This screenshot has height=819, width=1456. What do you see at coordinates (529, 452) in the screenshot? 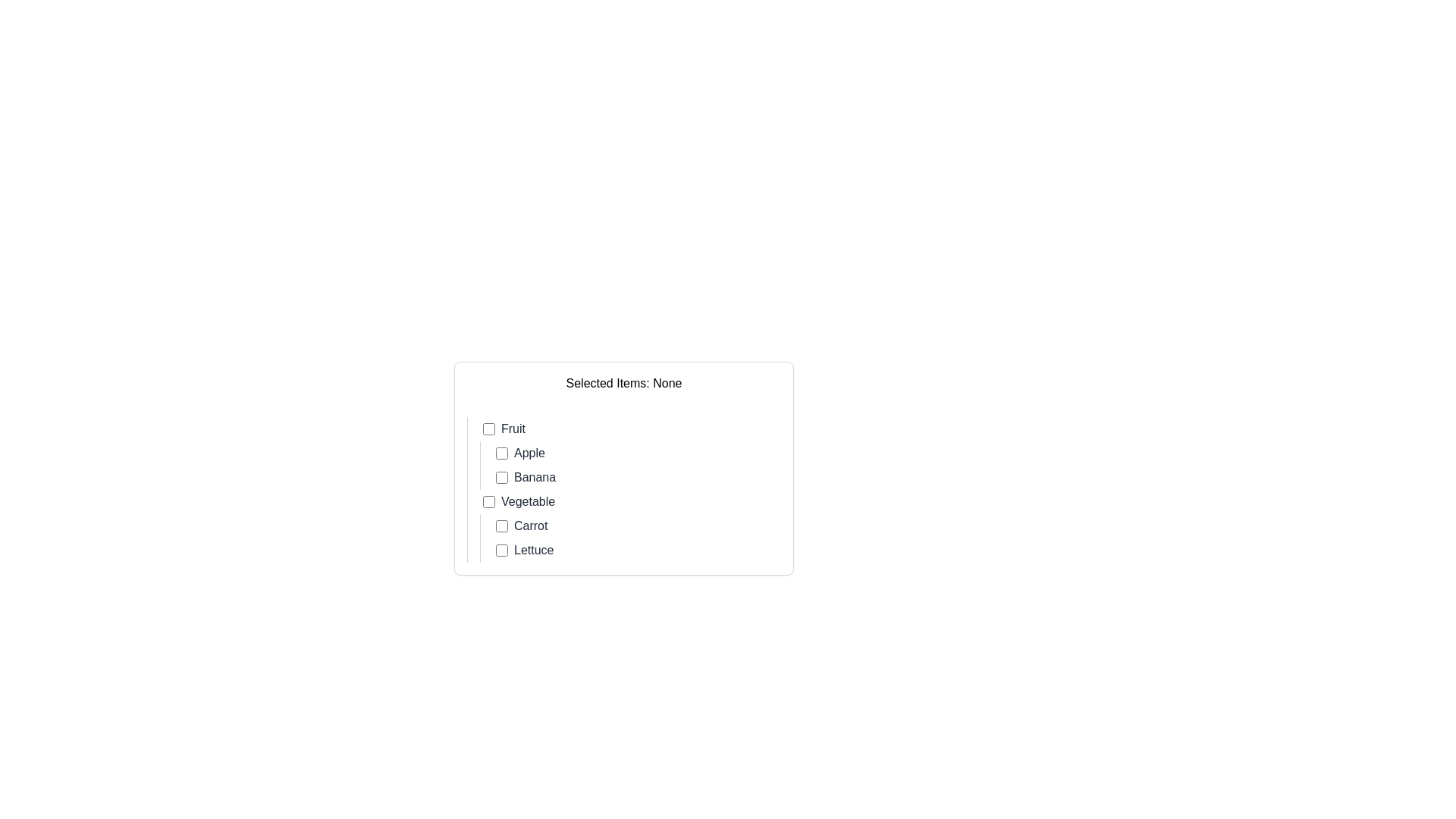
I see `the 'Apple' text label which is positioned to the right of the associated checkbox under the 'Fruit' category` at bounding box center [529, 452].